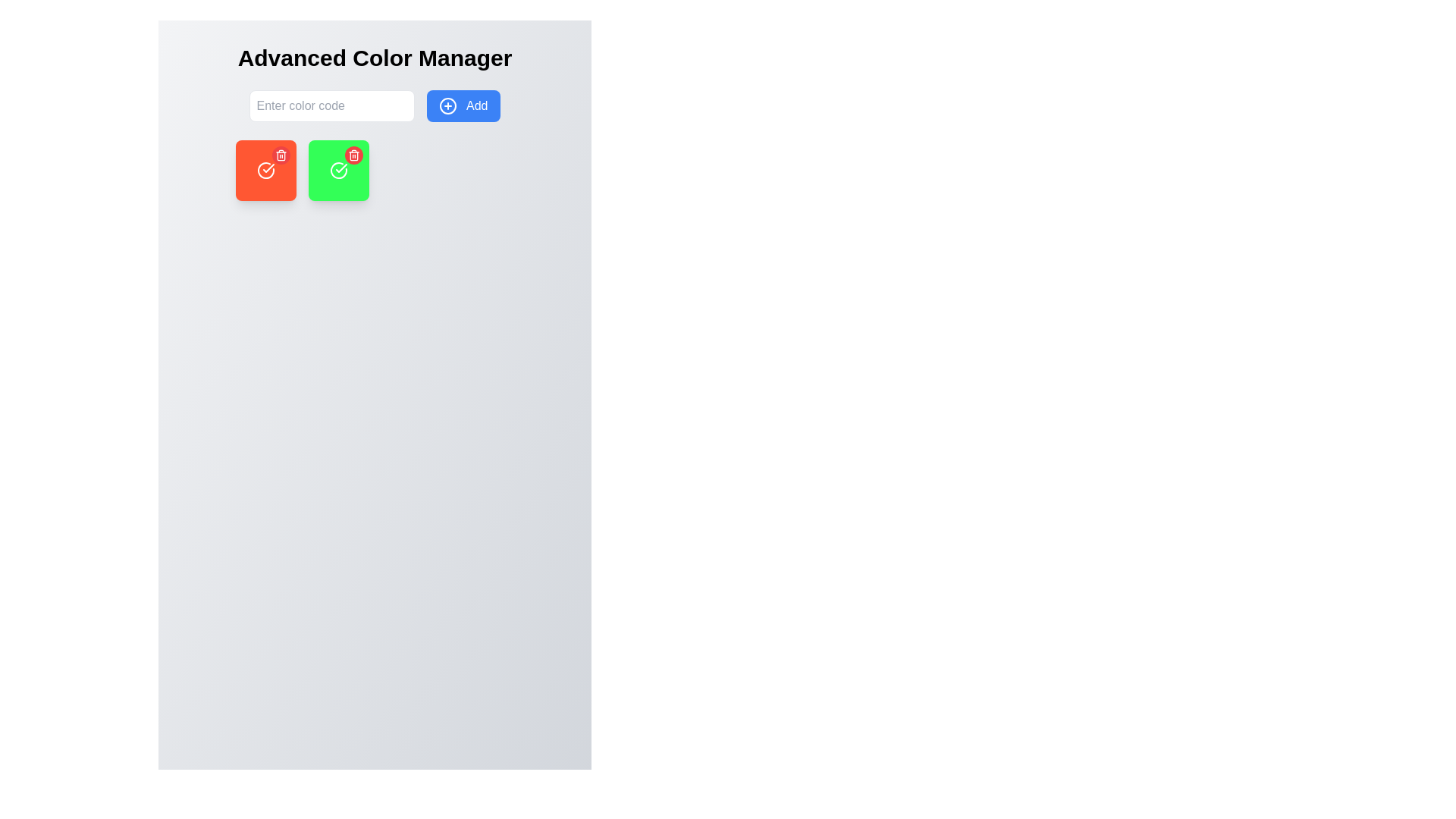 This screenshot has width=1456, height=819. Describe the element at coordinates (447, 105) in the screenshot. I see `the circular icon with a plus sign at its center, which is part of the blue 'Add' button` at that location.